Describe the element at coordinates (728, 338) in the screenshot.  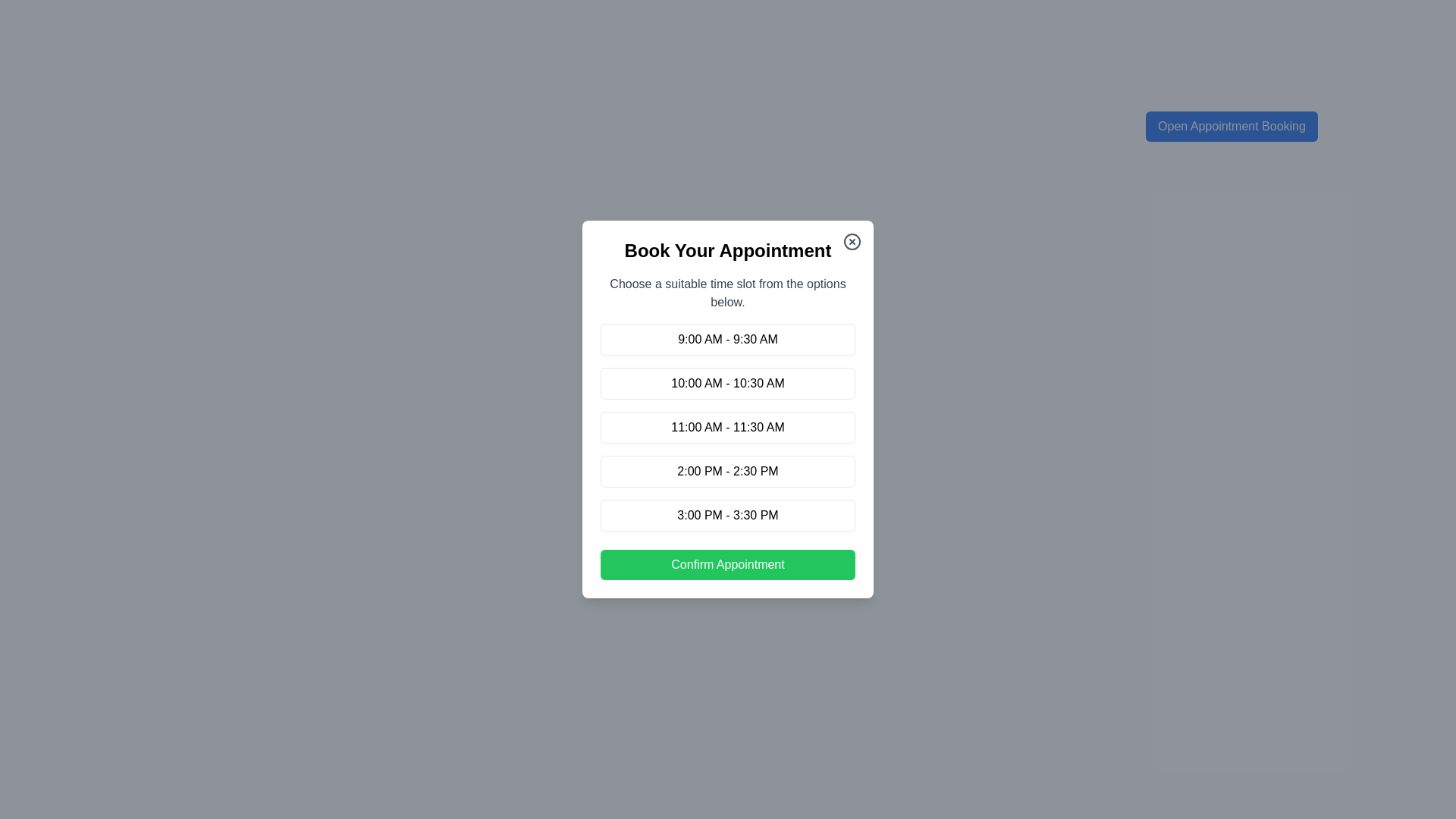
I see `on the first time slot option for booking an appointment in the vertical list of time slots presented in the centered modal window` at that location.